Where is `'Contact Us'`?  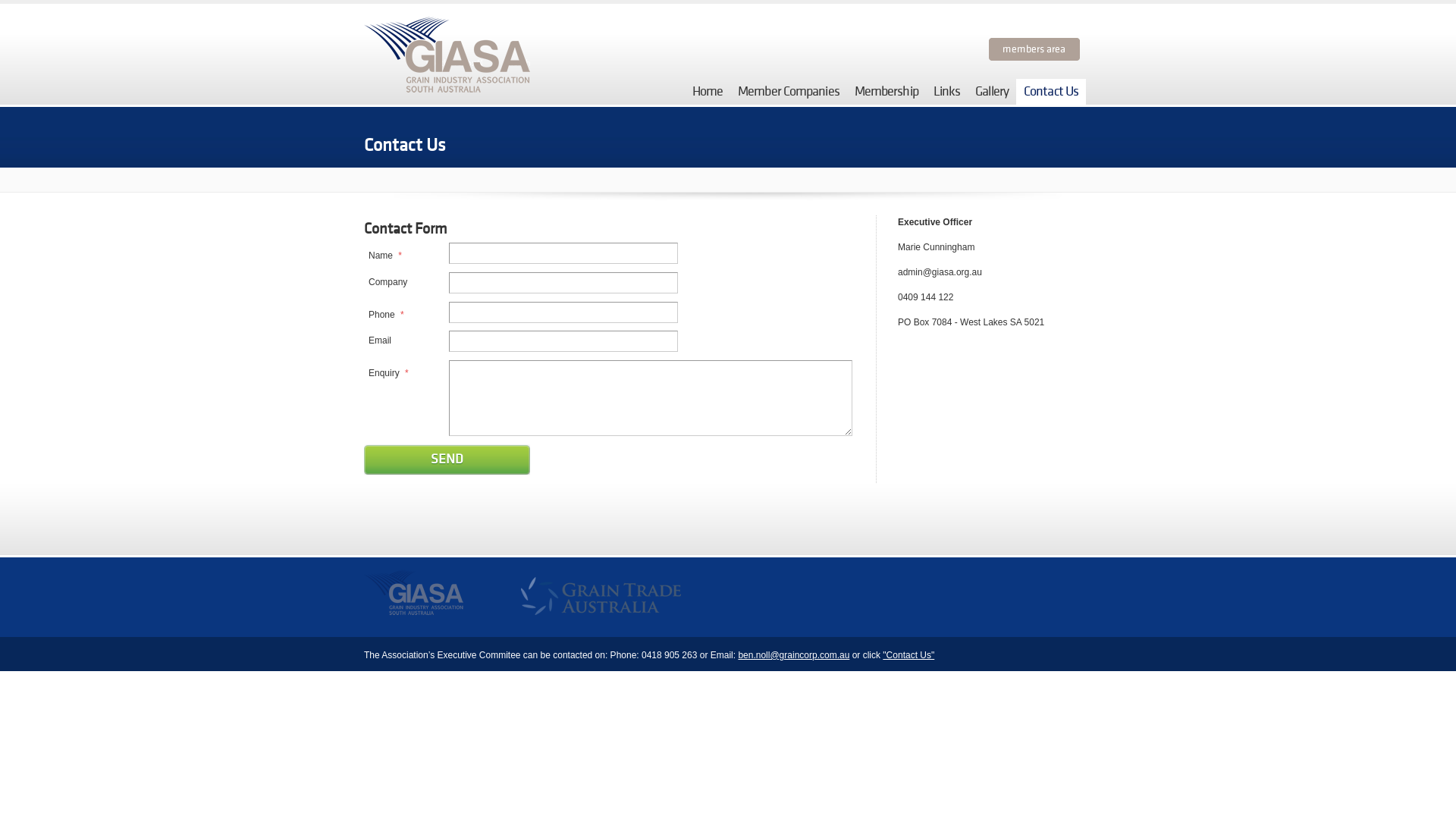
'Contact Us' is located at coordinates (1050, 91).